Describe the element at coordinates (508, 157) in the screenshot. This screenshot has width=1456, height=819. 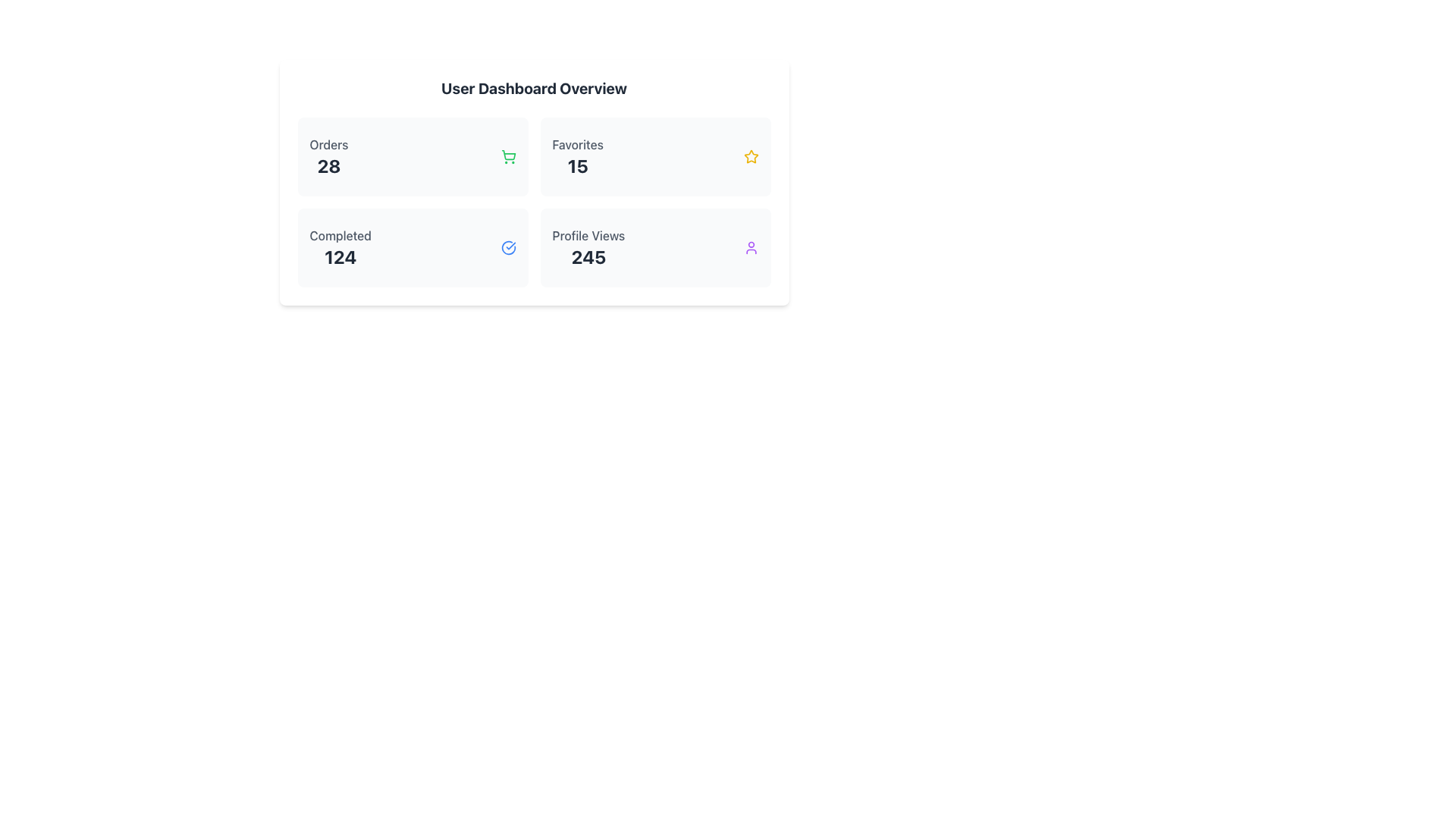
I see `the green shopping cart icon located in the top-right corner of the 'Orders' card, adjacent to the numerical value '28'` at that location.